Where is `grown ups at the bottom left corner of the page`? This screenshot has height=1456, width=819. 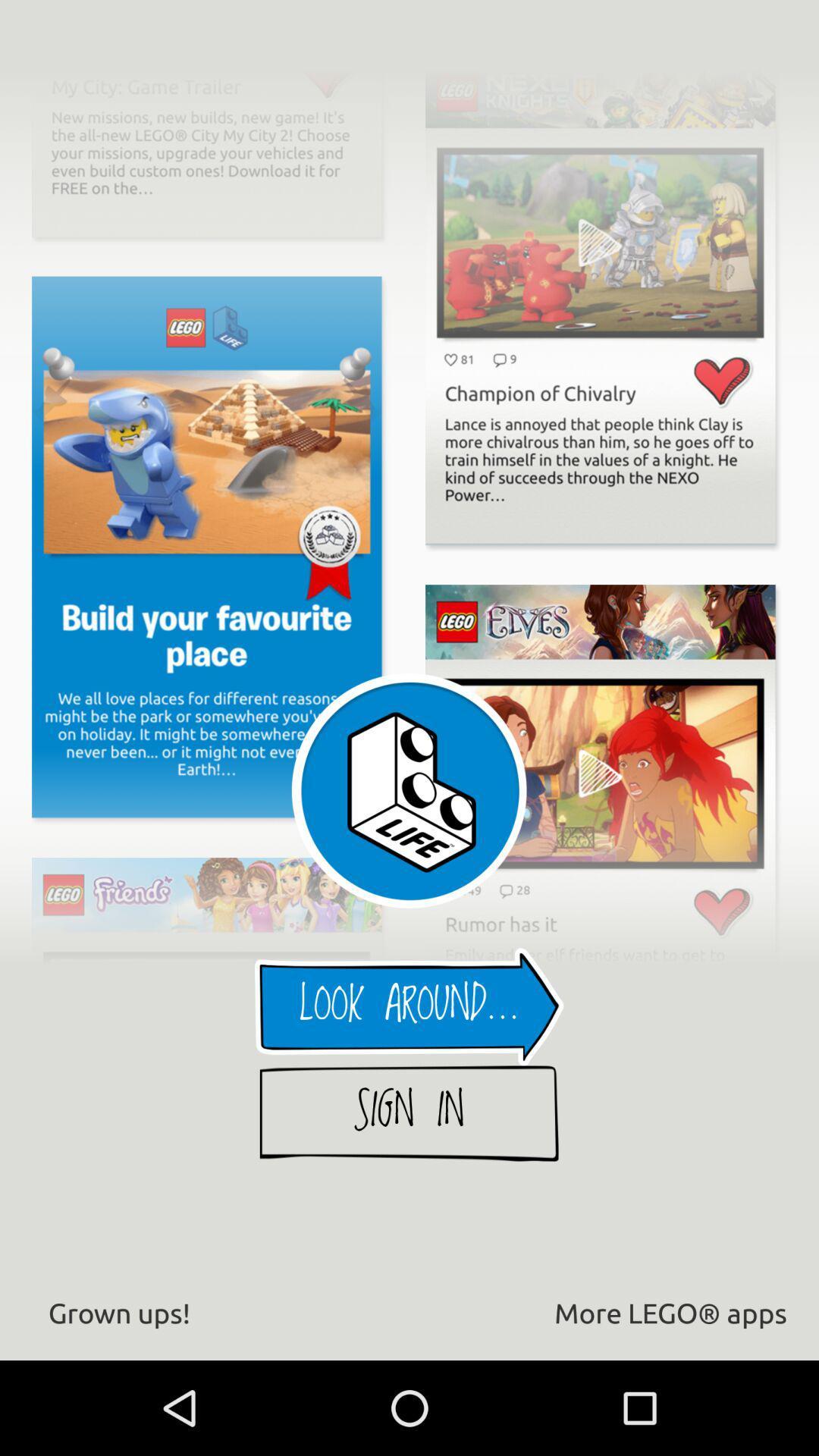
grown ups at the bottom left corner of the page is located at coordinates (118, 1312).